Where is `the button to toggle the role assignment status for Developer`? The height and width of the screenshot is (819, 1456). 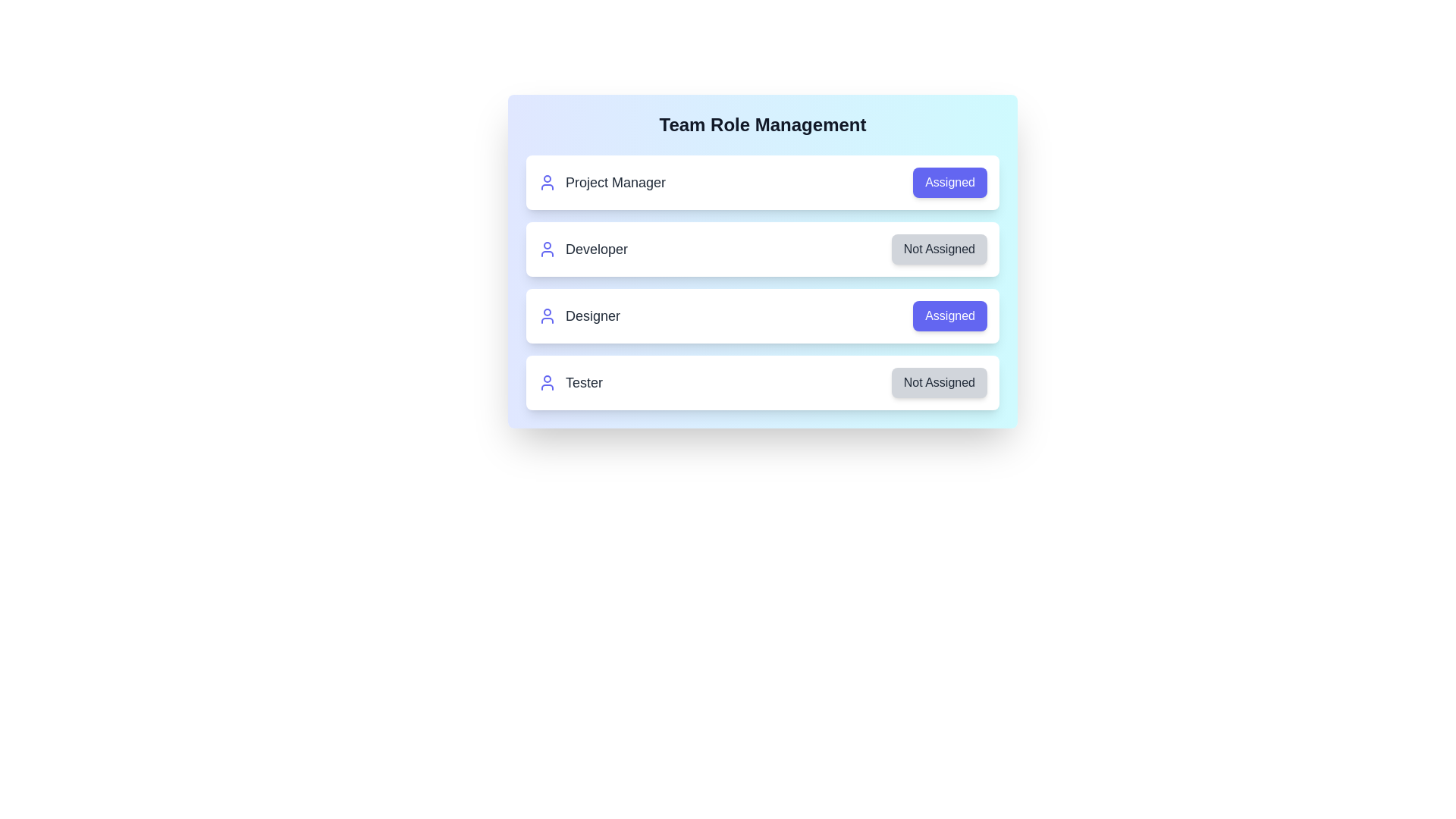 the button to toggle the role assignment status for Developer is located at coordinates (938, 248).